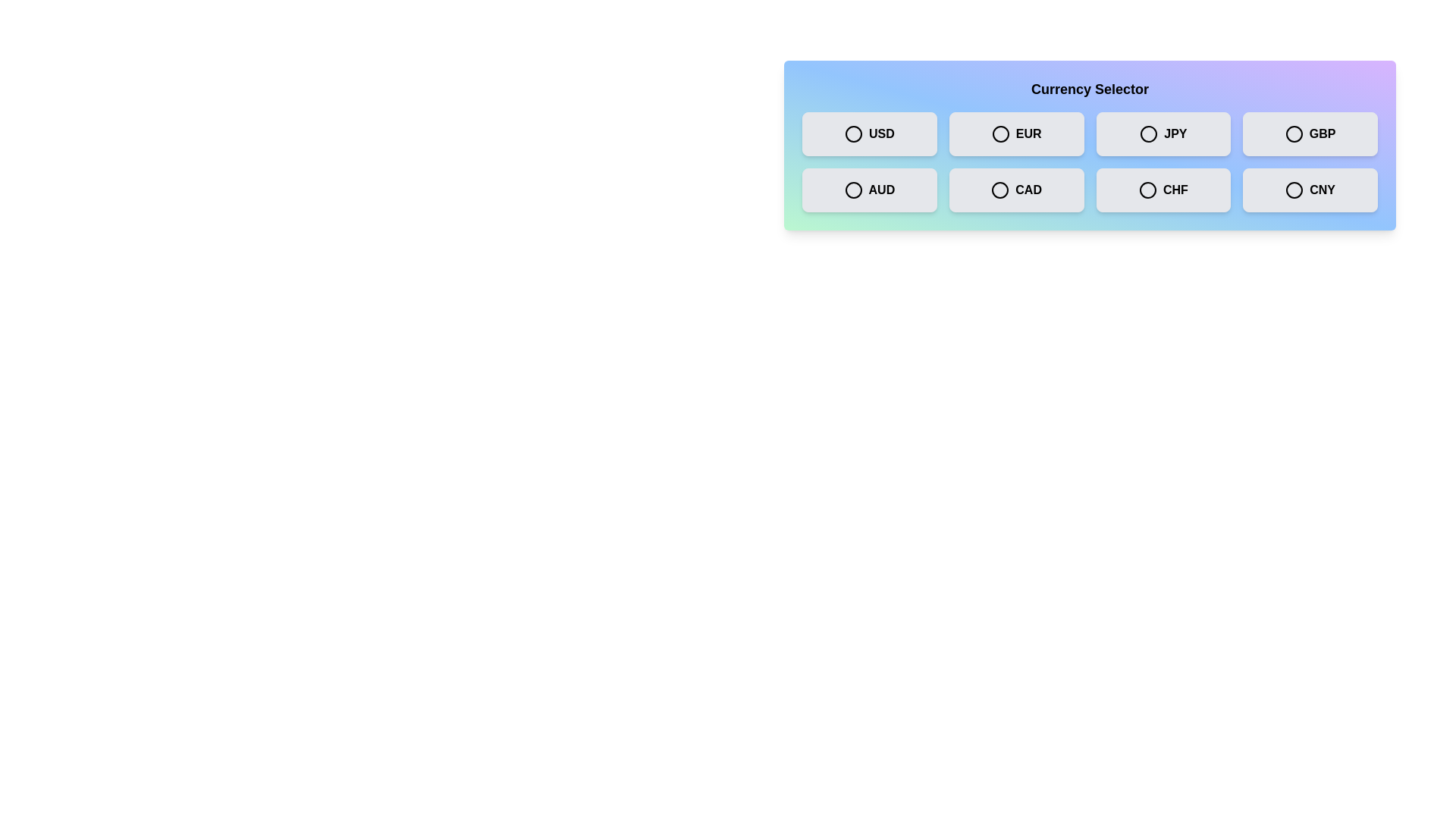  I want to click on the currency CAD by clicking on its respective button, so click(1016, 189).